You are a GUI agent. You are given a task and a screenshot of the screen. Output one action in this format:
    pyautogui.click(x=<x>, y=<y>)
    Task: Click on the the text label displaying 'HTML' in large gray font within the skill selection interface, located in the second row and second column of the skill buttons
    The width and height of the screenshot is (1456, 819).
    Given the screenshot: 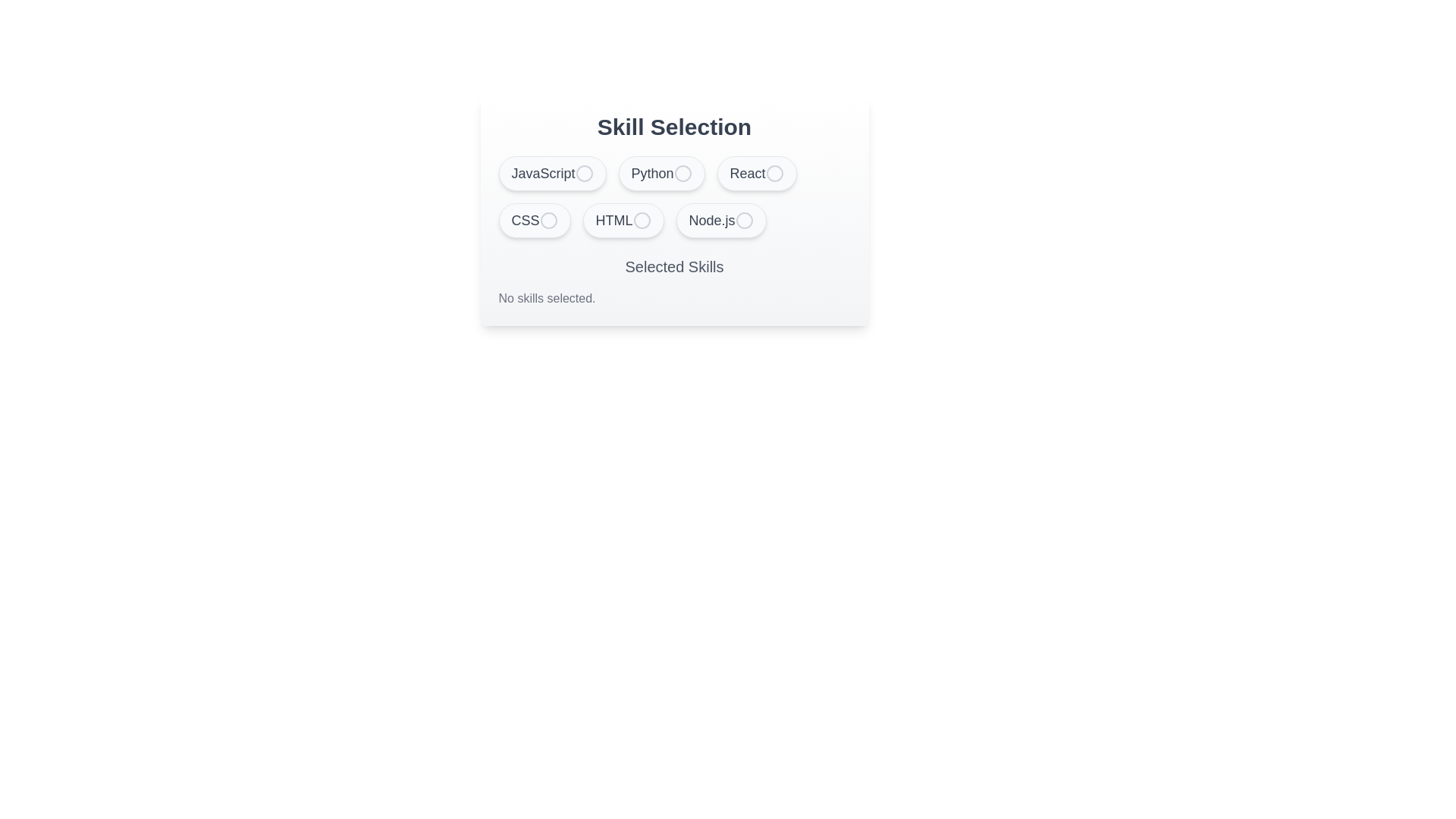 What is the action you would take?
    pyautogui.click(x=614, y=220)
    